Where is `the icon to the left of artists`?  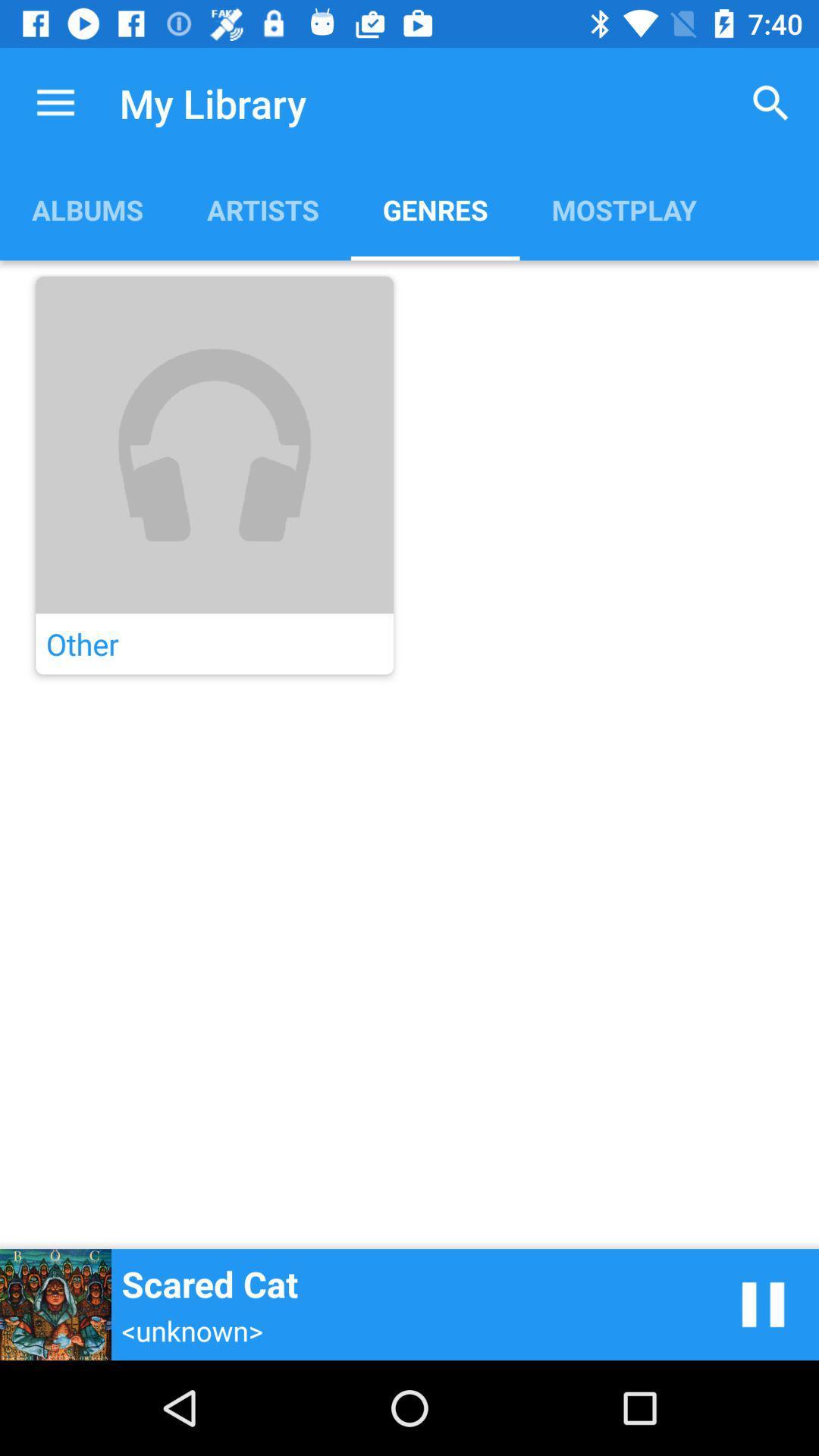
the icon to the left of artists is located at coordinates (87, 209).